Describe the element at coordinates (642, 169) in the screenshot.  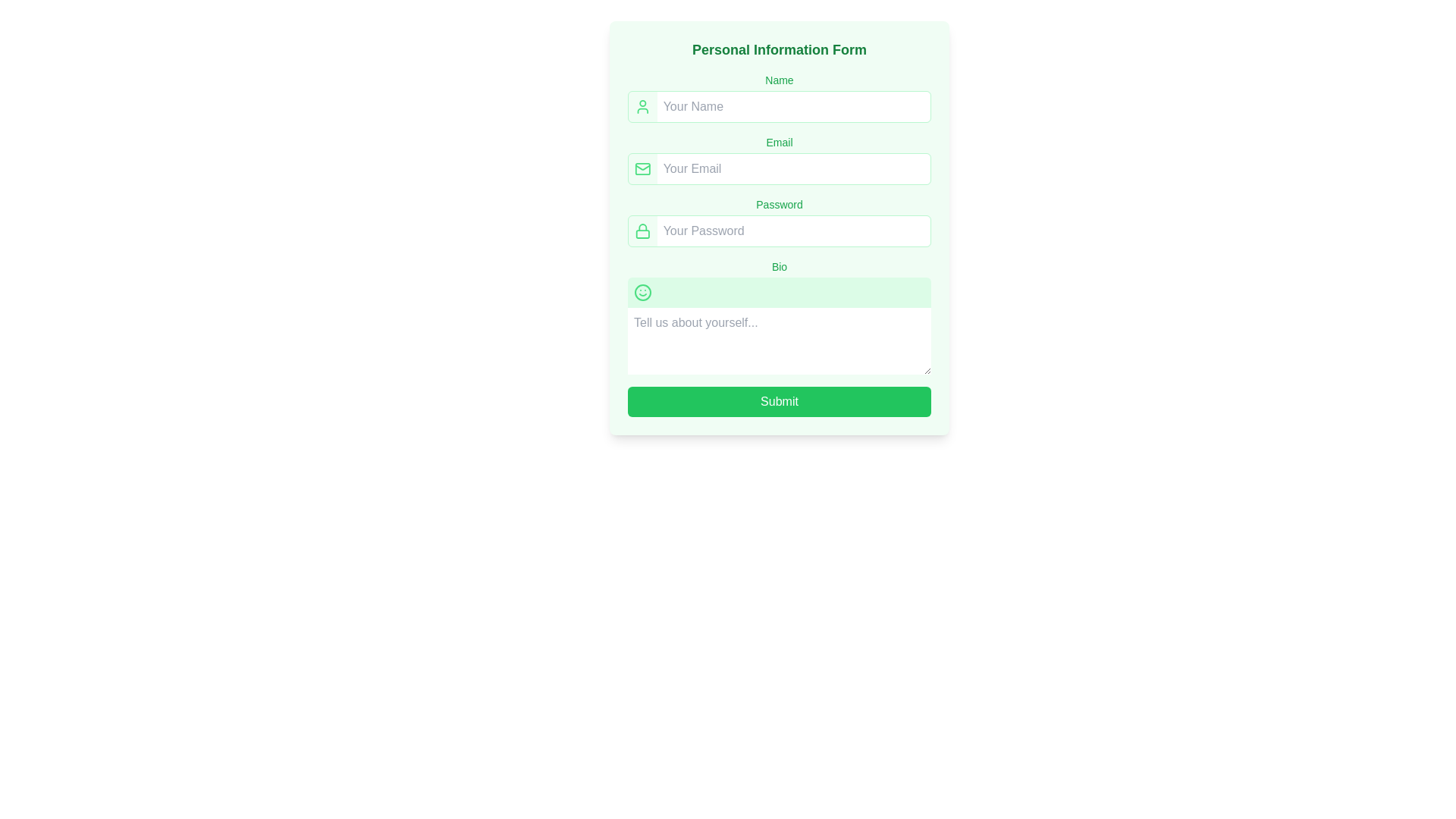
I see `the email input field icon located to the left of the 'Your Email' input box` at that location.